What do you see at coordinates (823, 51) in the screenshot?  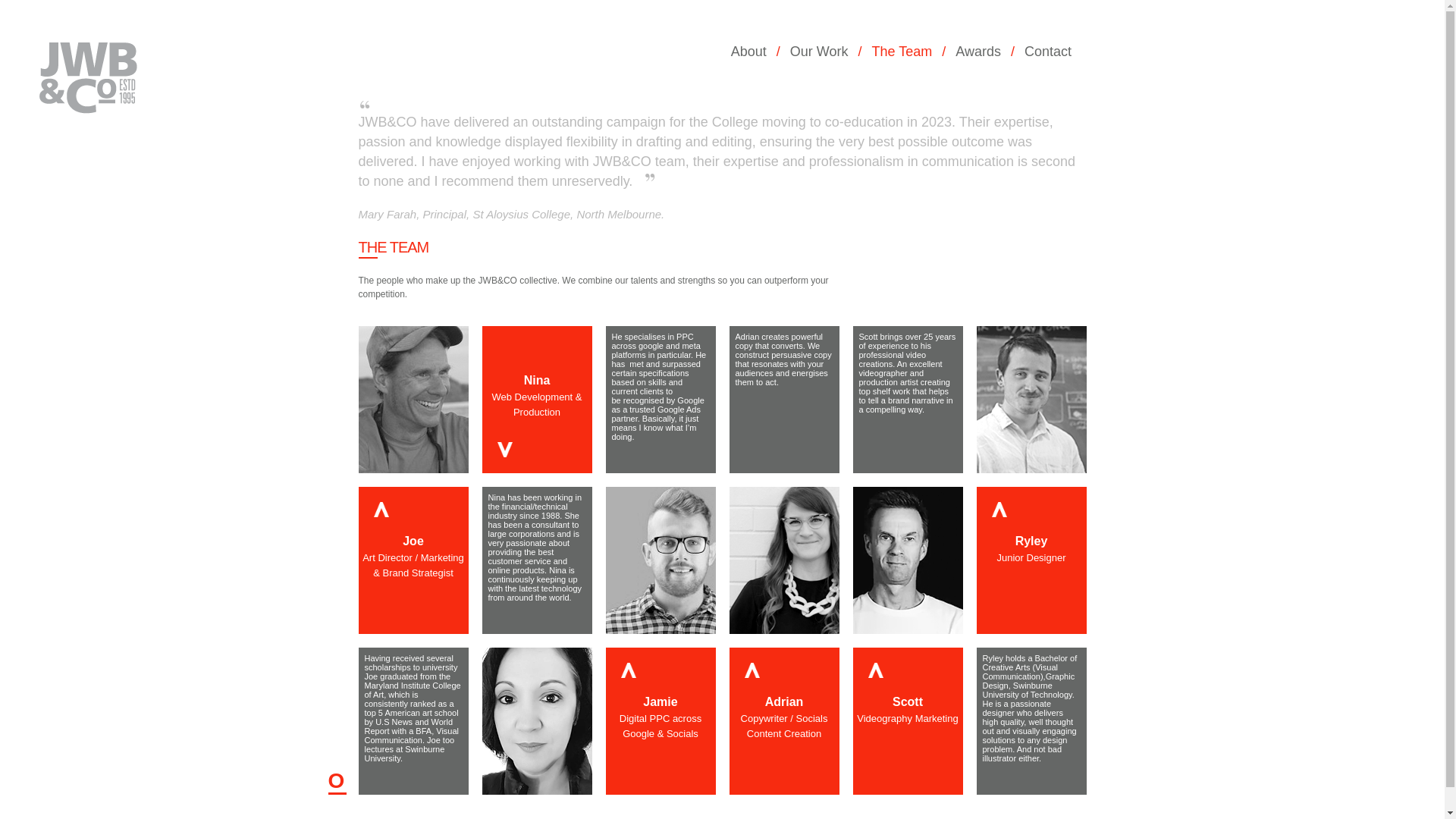 I see `'Our Work'` at bounding box center [823, 51].